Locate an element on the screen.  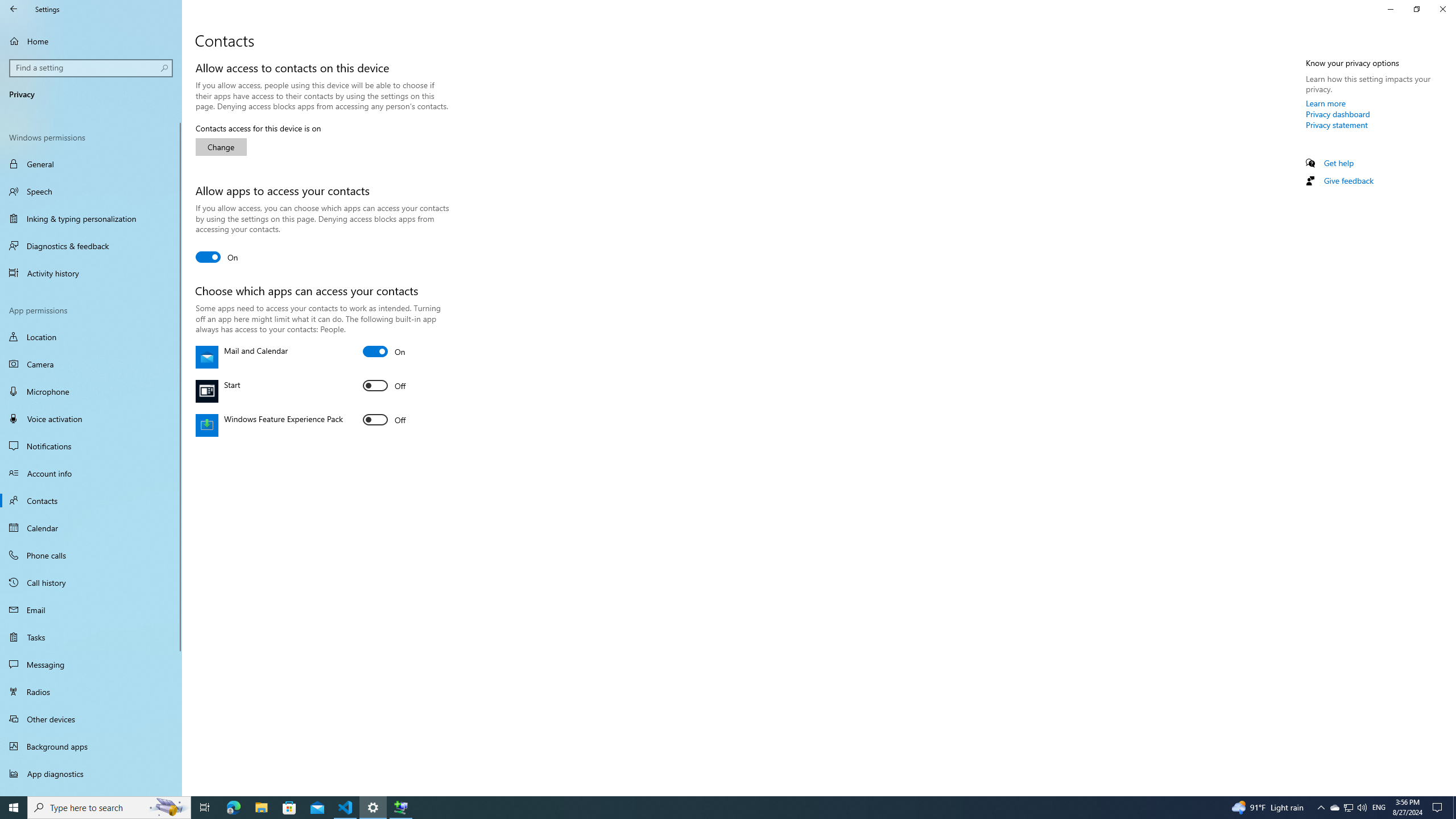
'App diagnostics' is located at coordinates (90, 773).